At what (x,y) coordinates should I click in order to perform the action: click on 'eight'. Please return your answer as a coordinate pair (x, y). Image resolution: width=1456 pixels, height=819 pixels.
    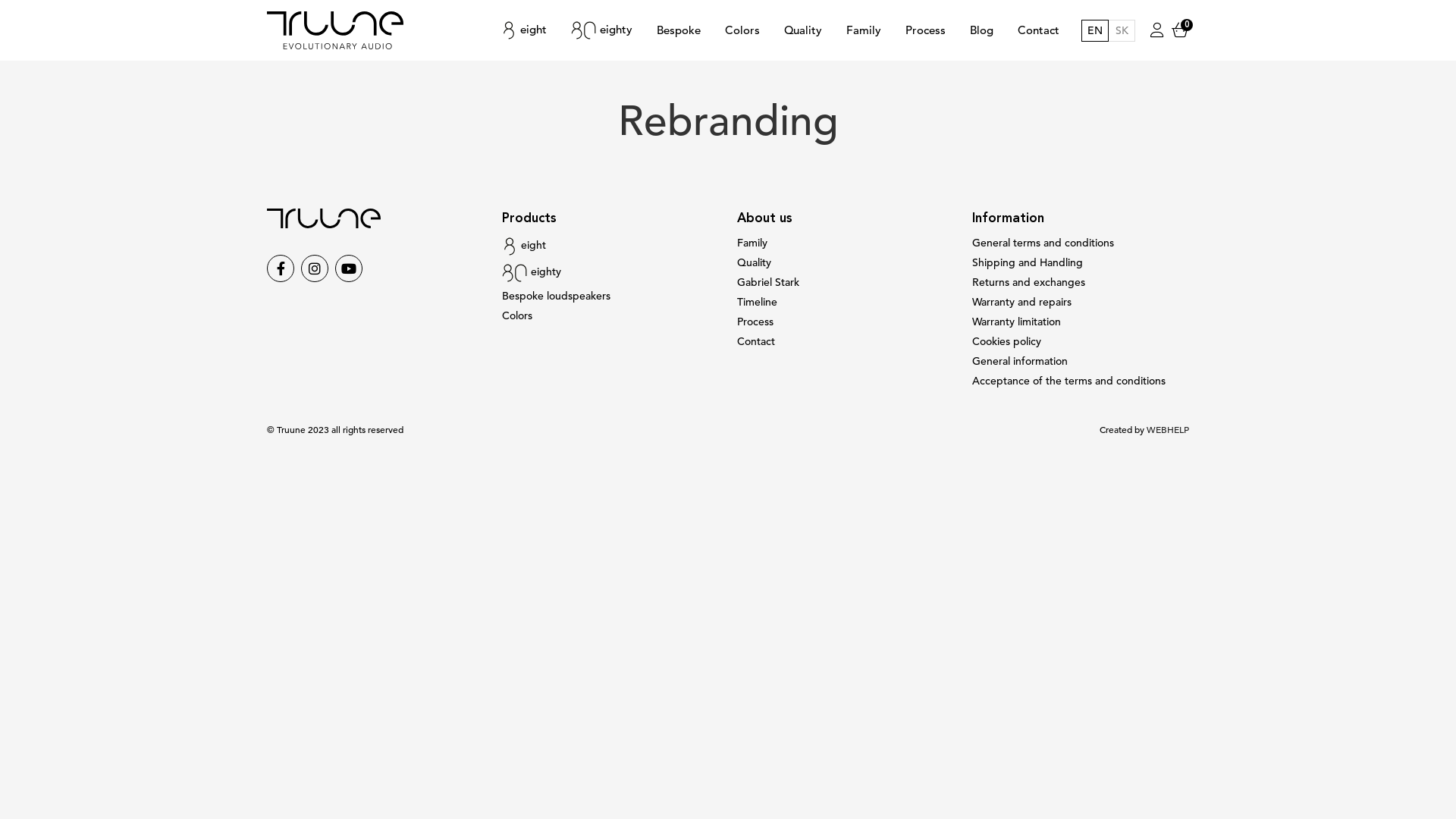
    Looking at the image, I should click on (524, 30).